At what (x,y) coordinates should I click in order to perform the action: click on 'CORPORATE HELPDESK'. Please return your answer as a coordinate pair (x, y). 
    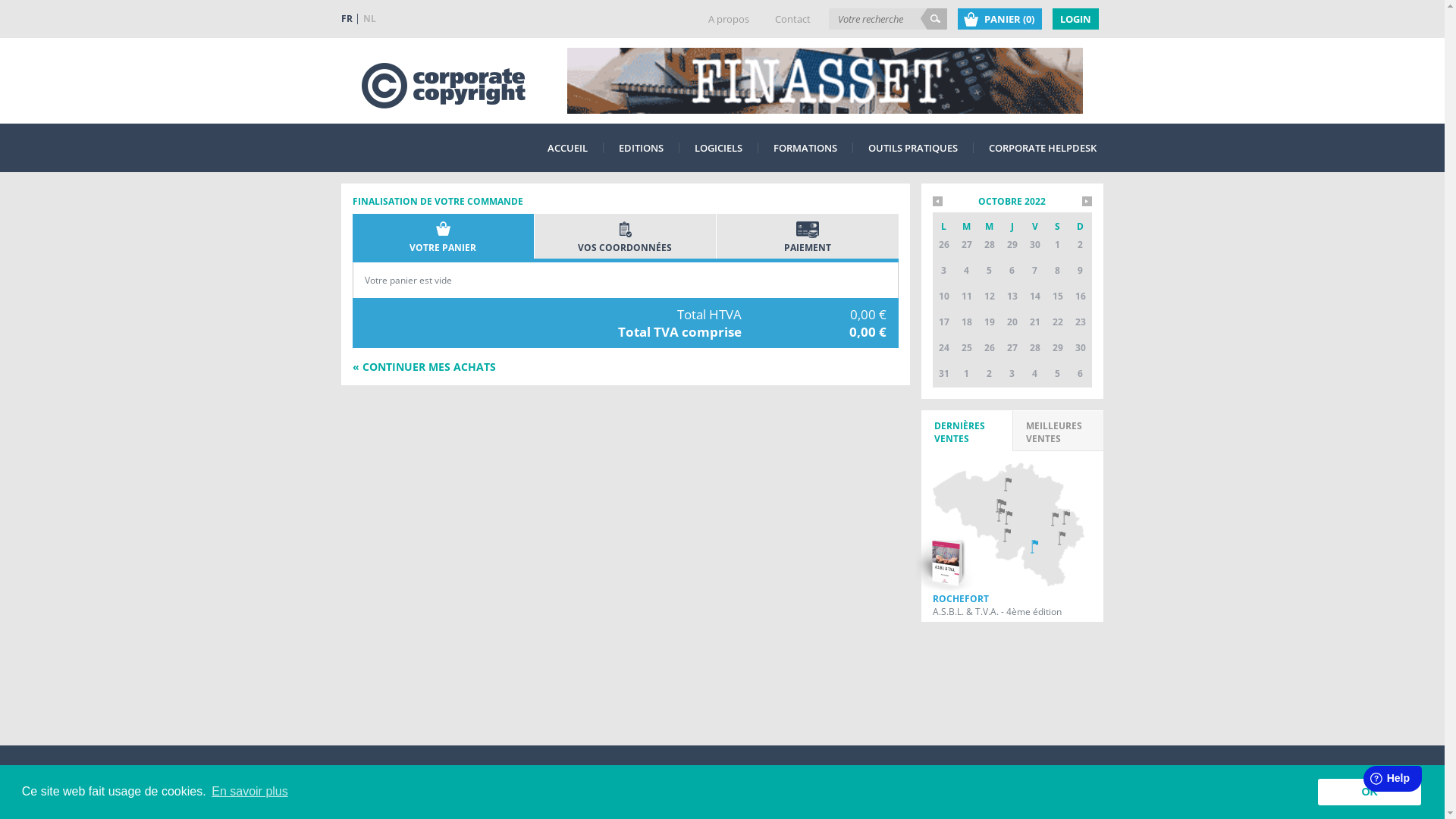
    Looking at the image, I should click on (1041, 148).